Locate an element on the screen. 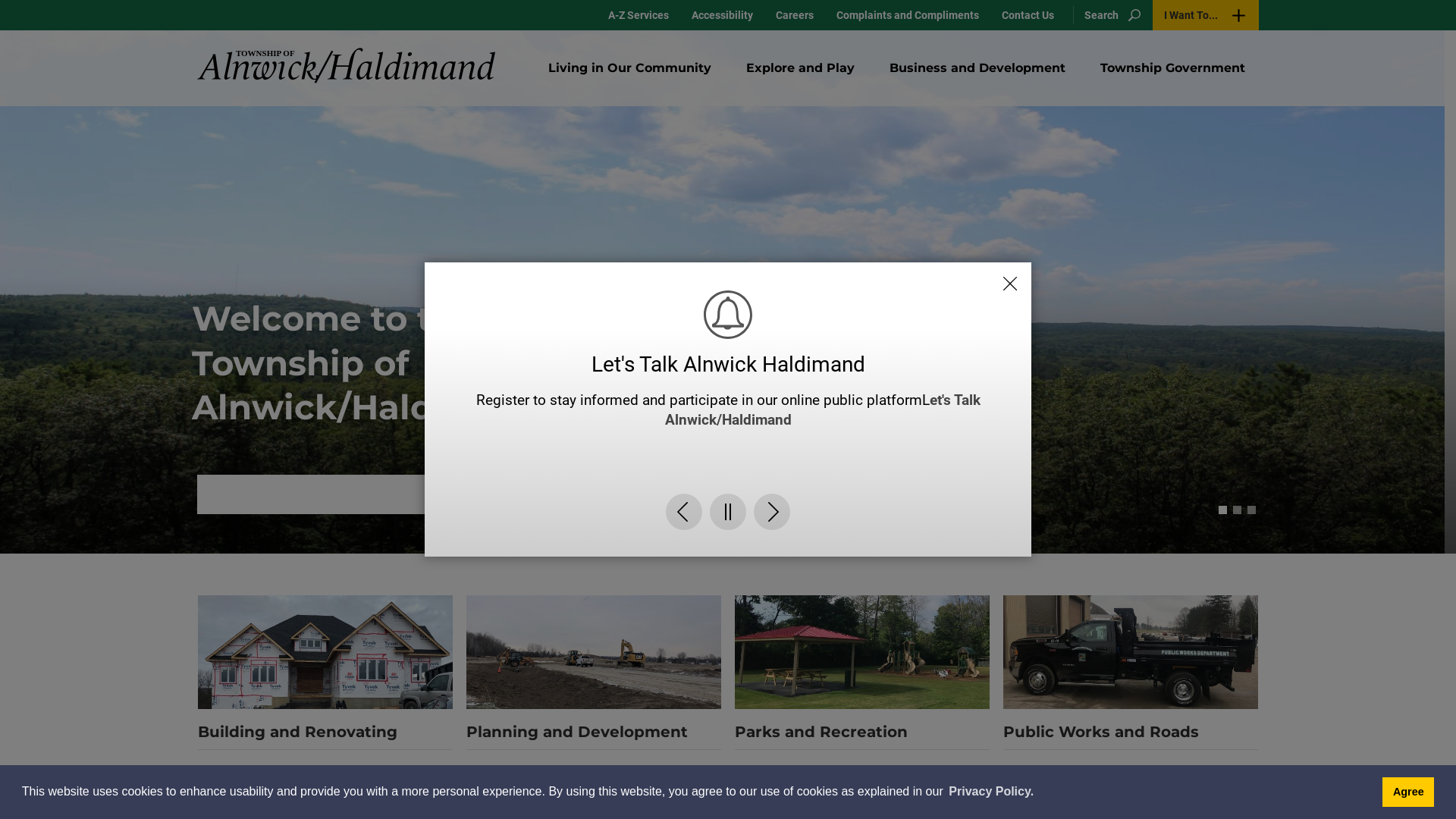 Image resolution: width=1456 pixels, height=819 pixels. 'A-Z Services' is located at coordinates (638, 14).